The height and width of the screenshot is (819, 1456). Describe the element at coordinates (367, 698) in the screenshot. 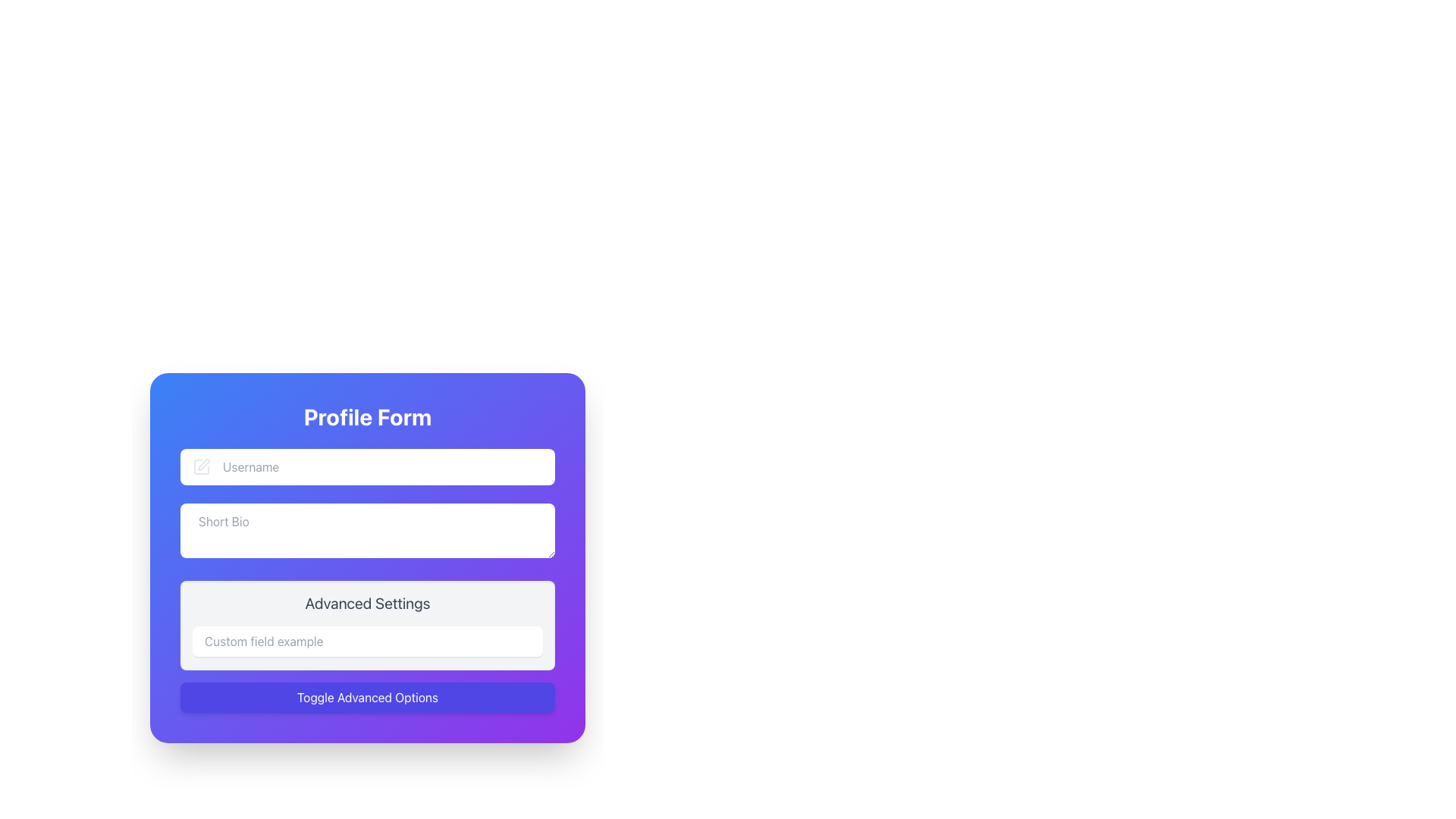

I see `the 'Toggle Advanced Options' button, which is a rectangular button with white text on a purple background located at the bottom section of the 'Advanced Settings' form` at that location.